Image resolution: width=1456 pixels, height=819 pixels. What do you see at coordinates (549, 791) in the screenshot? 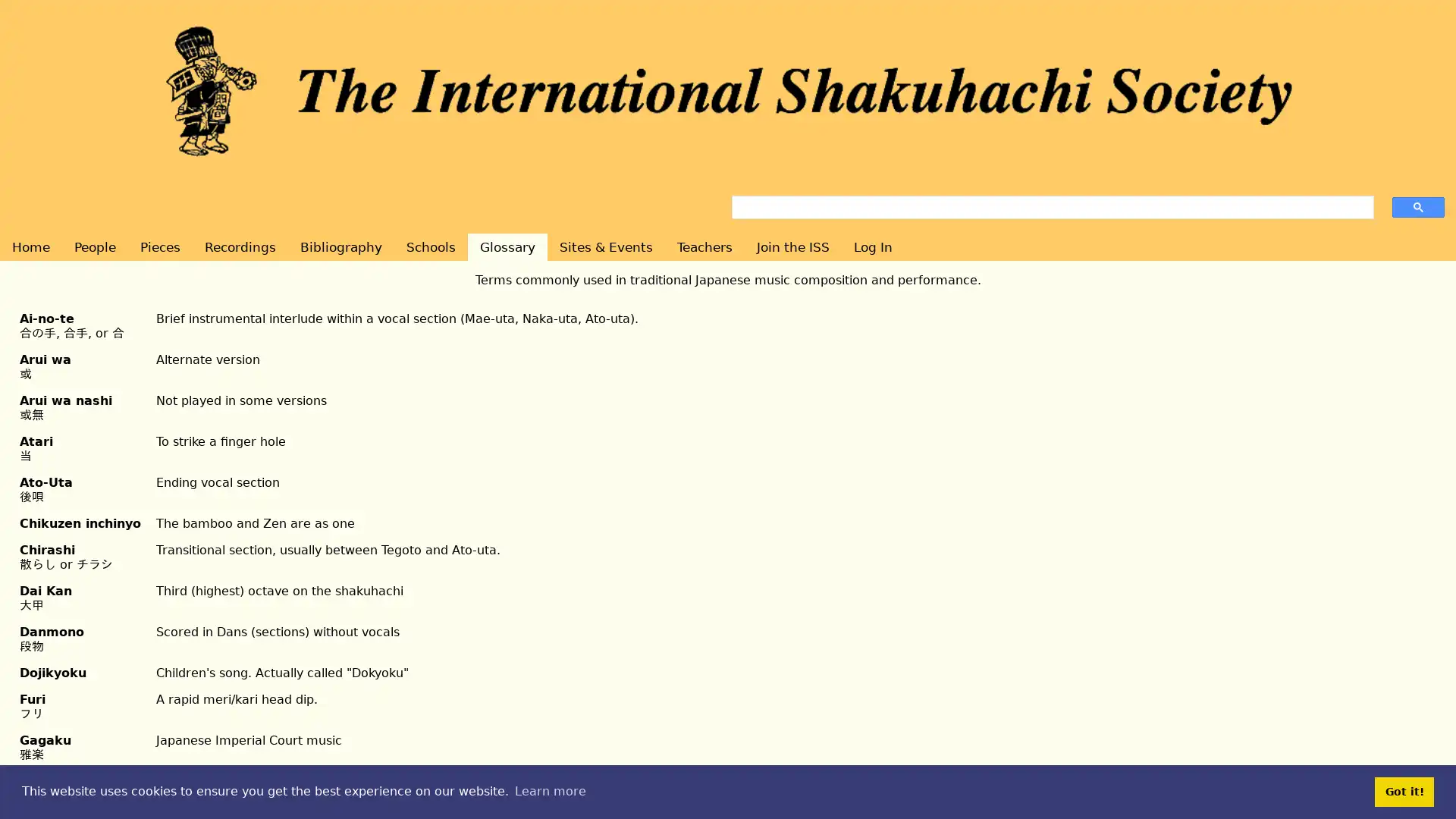
I see `learn more about cookies` at bounding box center [549, 791].